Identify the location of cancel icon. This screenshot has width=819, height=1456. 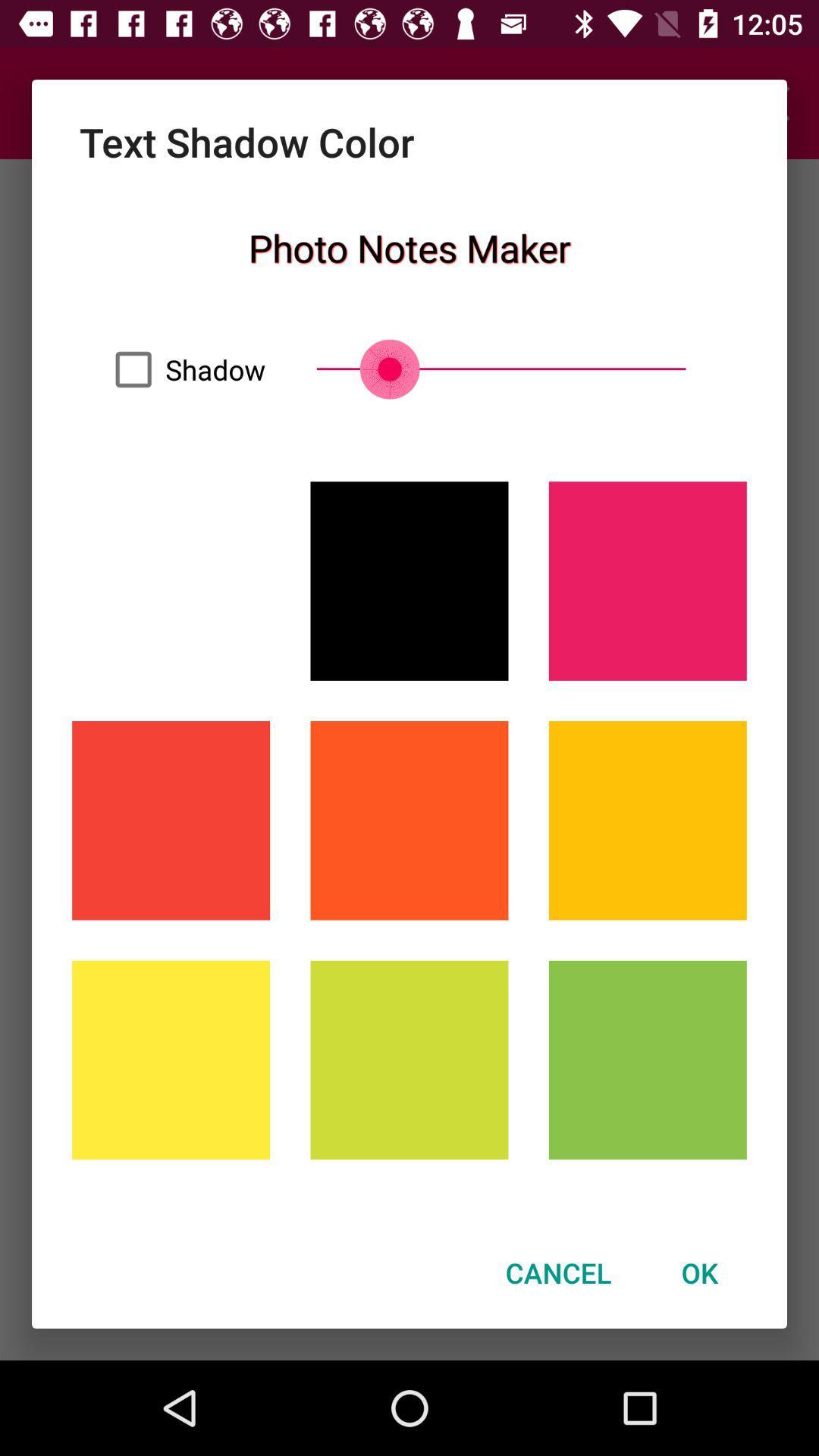
(558, 1272).